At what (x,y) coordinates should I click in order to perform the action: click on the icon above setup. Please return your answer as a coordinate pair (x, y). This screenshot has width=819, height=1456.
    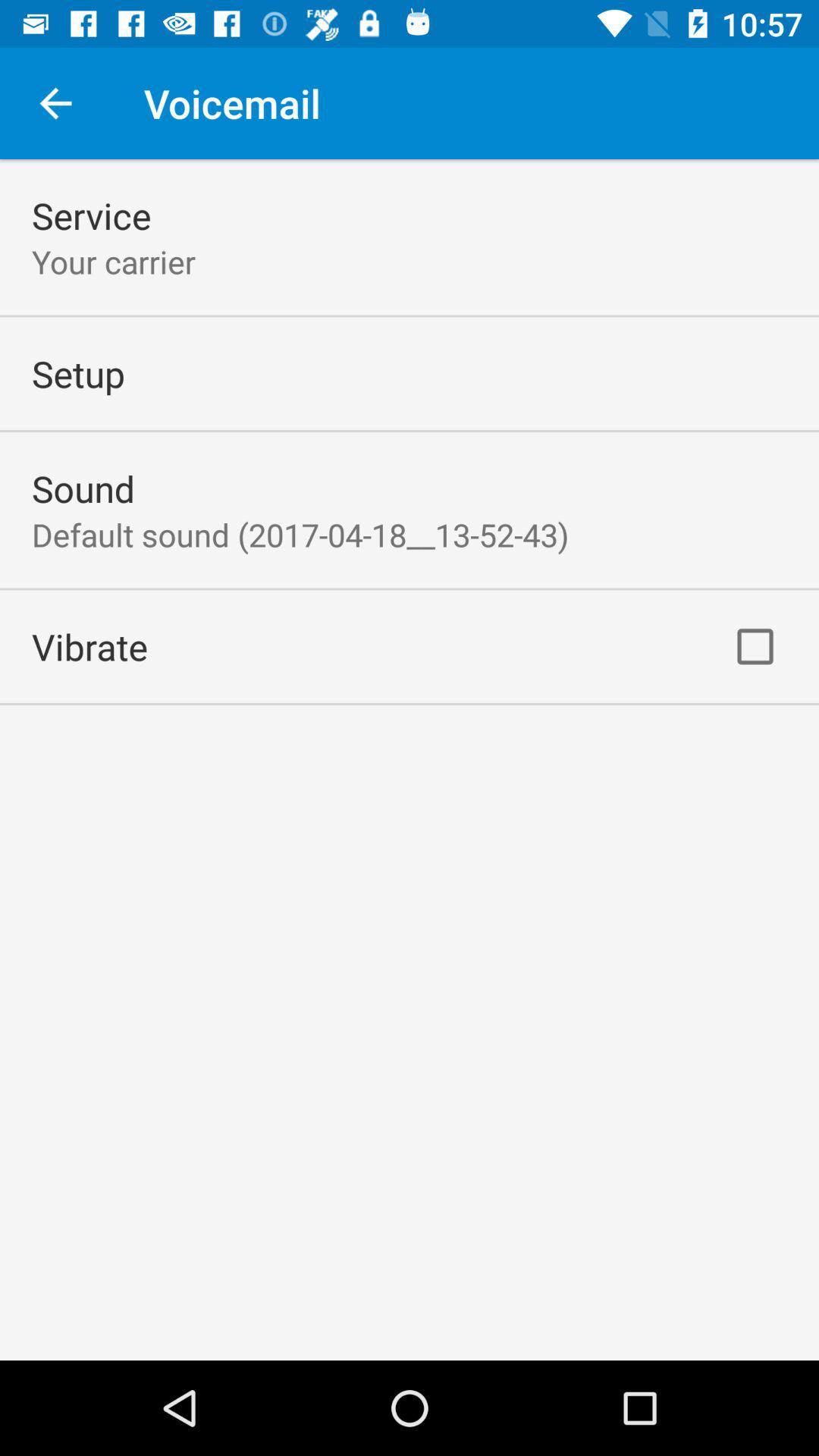
    Looking at the image, I should click on (113, 262).